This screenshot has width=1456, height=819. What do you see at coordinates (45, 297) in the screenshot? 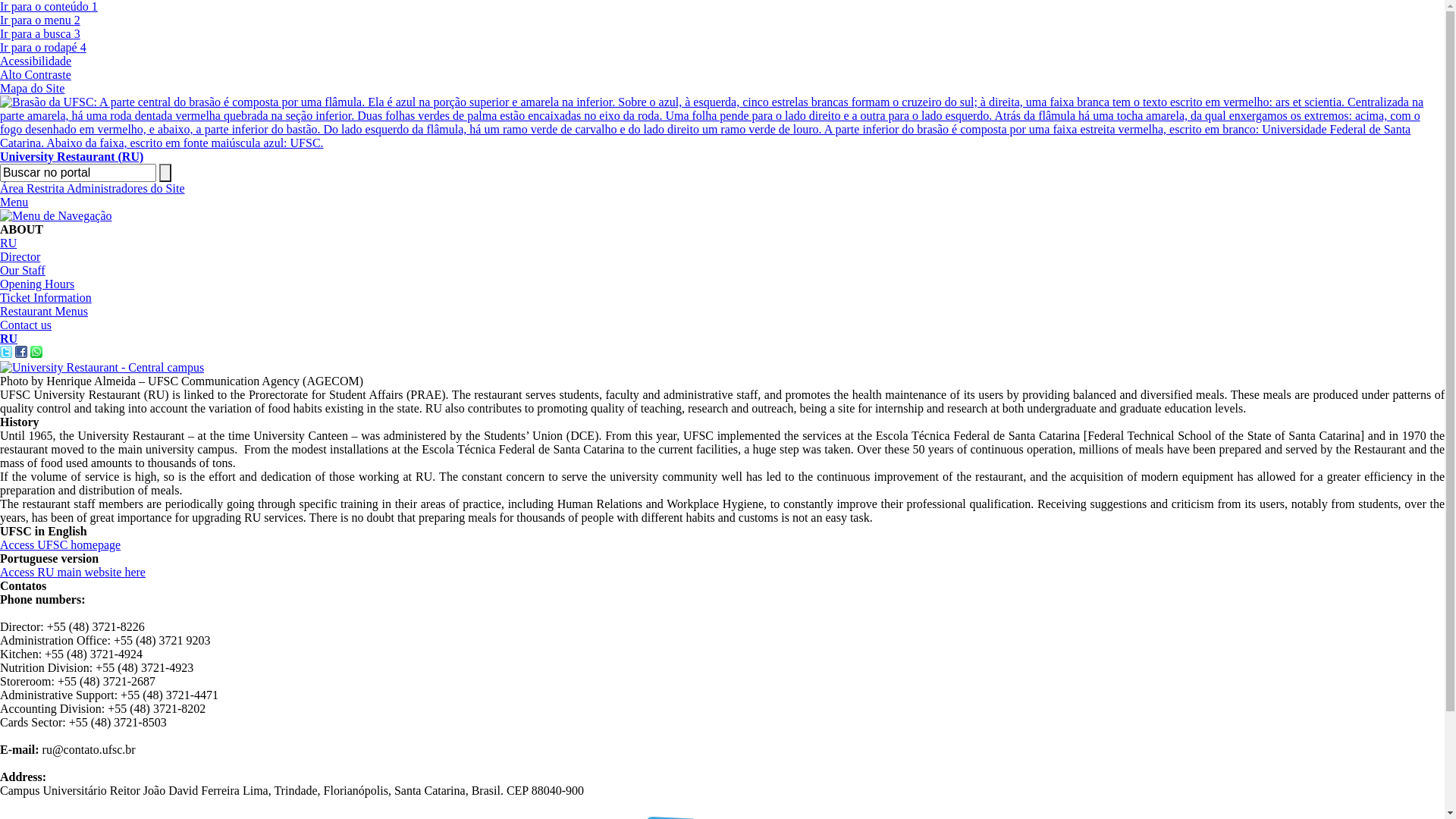
I see `'Ticket Information'` at bounding box center [45, 297].